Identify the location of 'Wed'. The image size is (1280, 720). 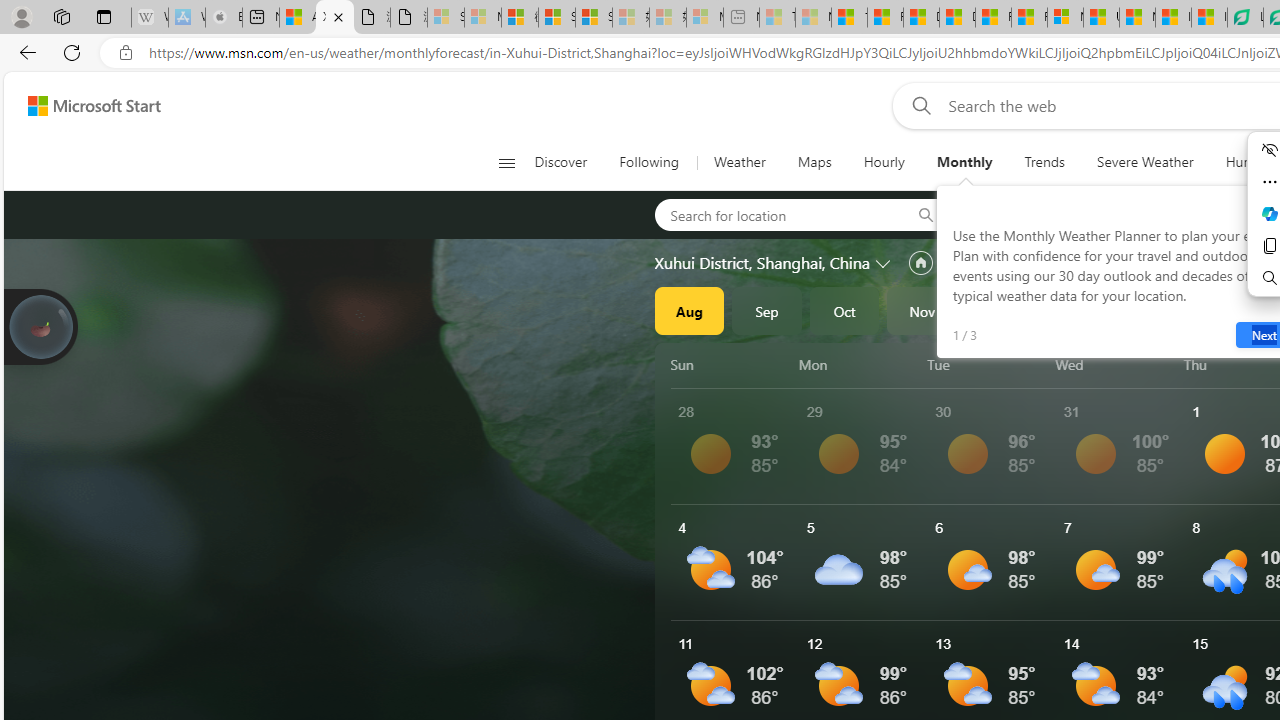
(1115, 364).